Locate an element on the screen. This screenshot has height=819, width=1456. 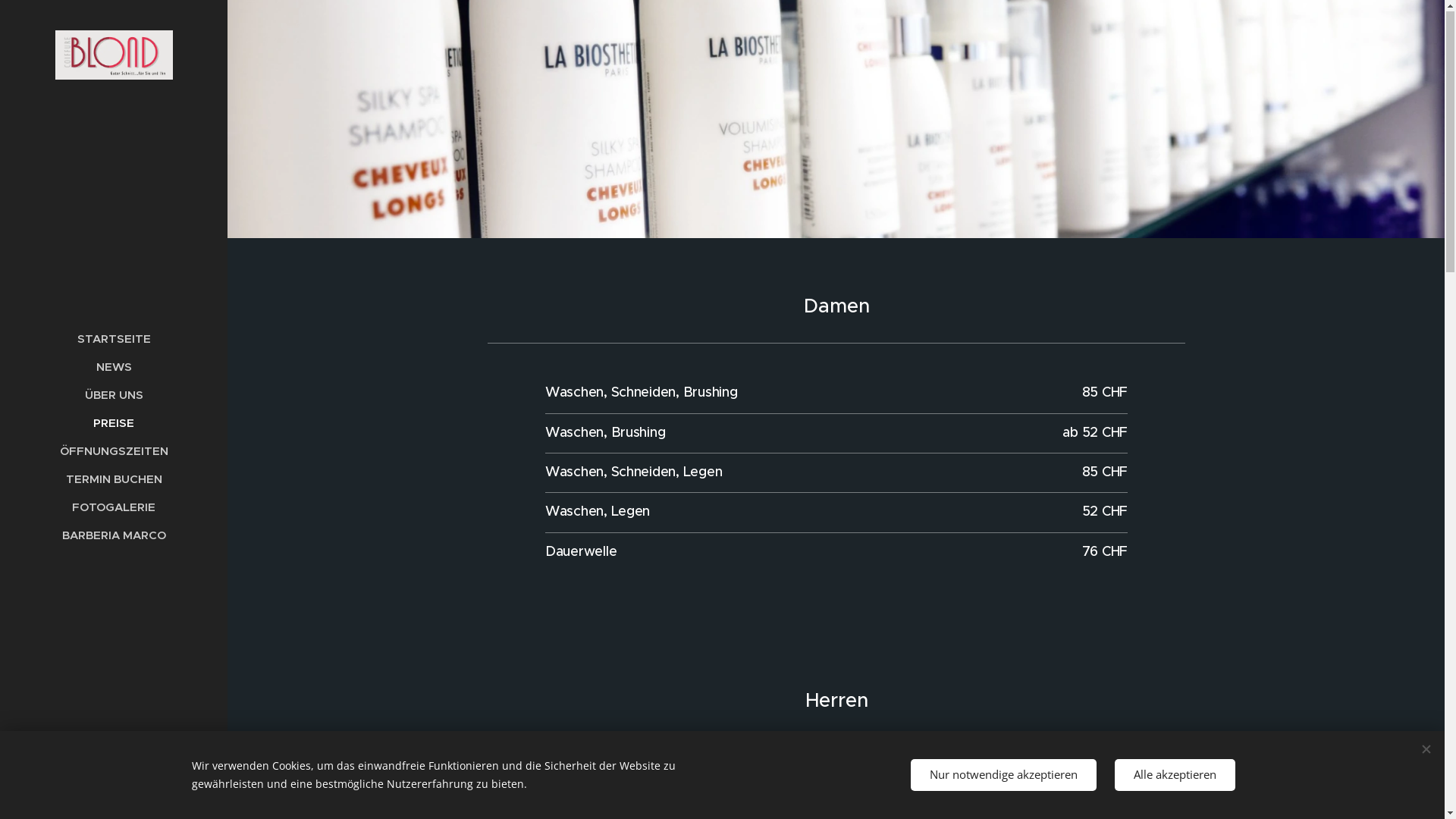
'FOTOGALERIE' is located at coordinates (112, 507).